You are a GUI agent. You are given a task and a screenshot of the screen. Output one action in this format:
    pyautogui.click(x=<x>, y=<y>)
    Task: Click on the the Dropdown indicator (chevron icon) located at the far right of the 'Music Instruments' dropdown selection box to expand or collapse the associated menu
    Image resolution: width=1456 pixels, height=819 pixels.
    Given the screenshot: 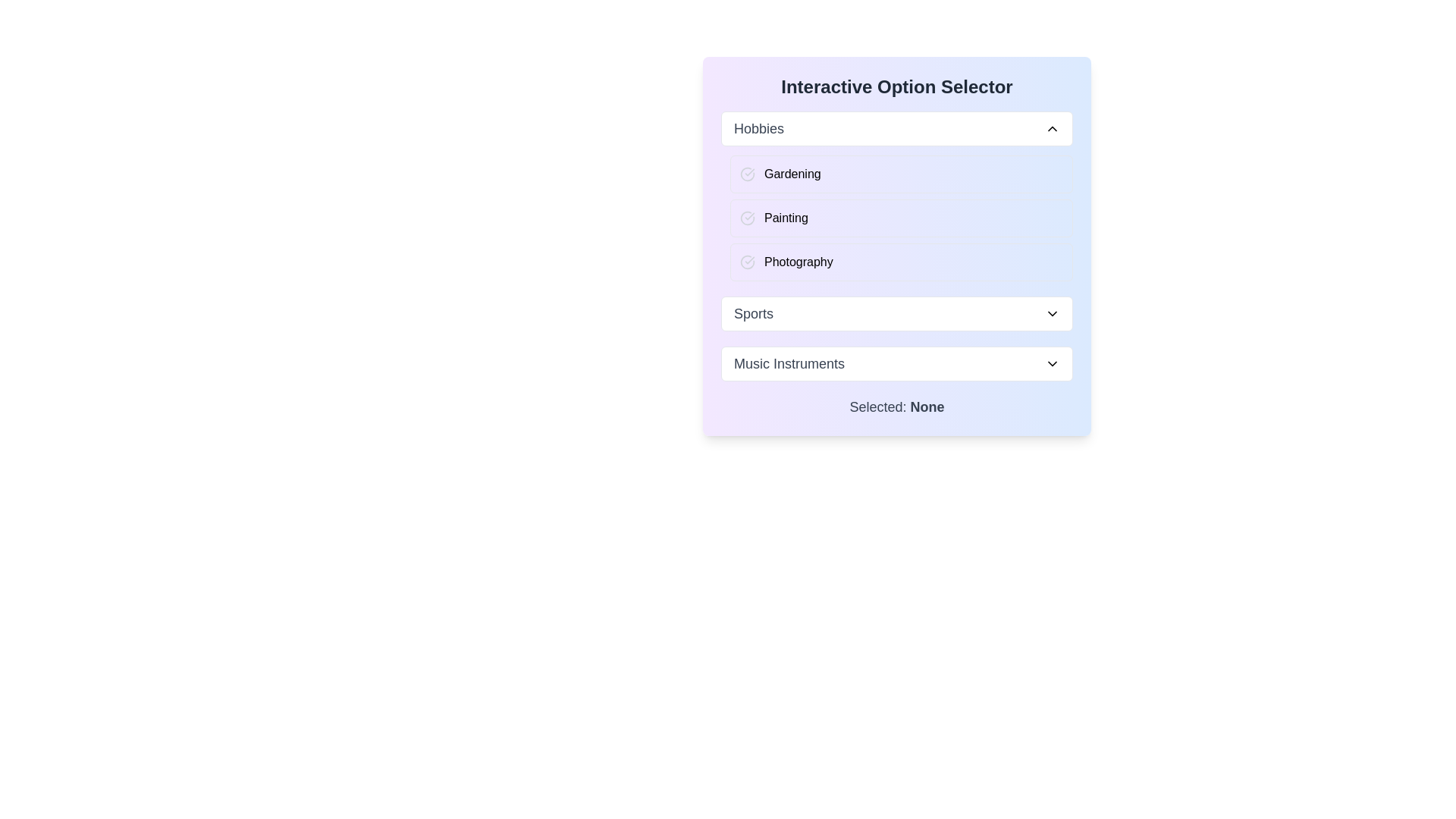 What is the action you would take?
    pyautogui.click(x=1051, y=363)
    